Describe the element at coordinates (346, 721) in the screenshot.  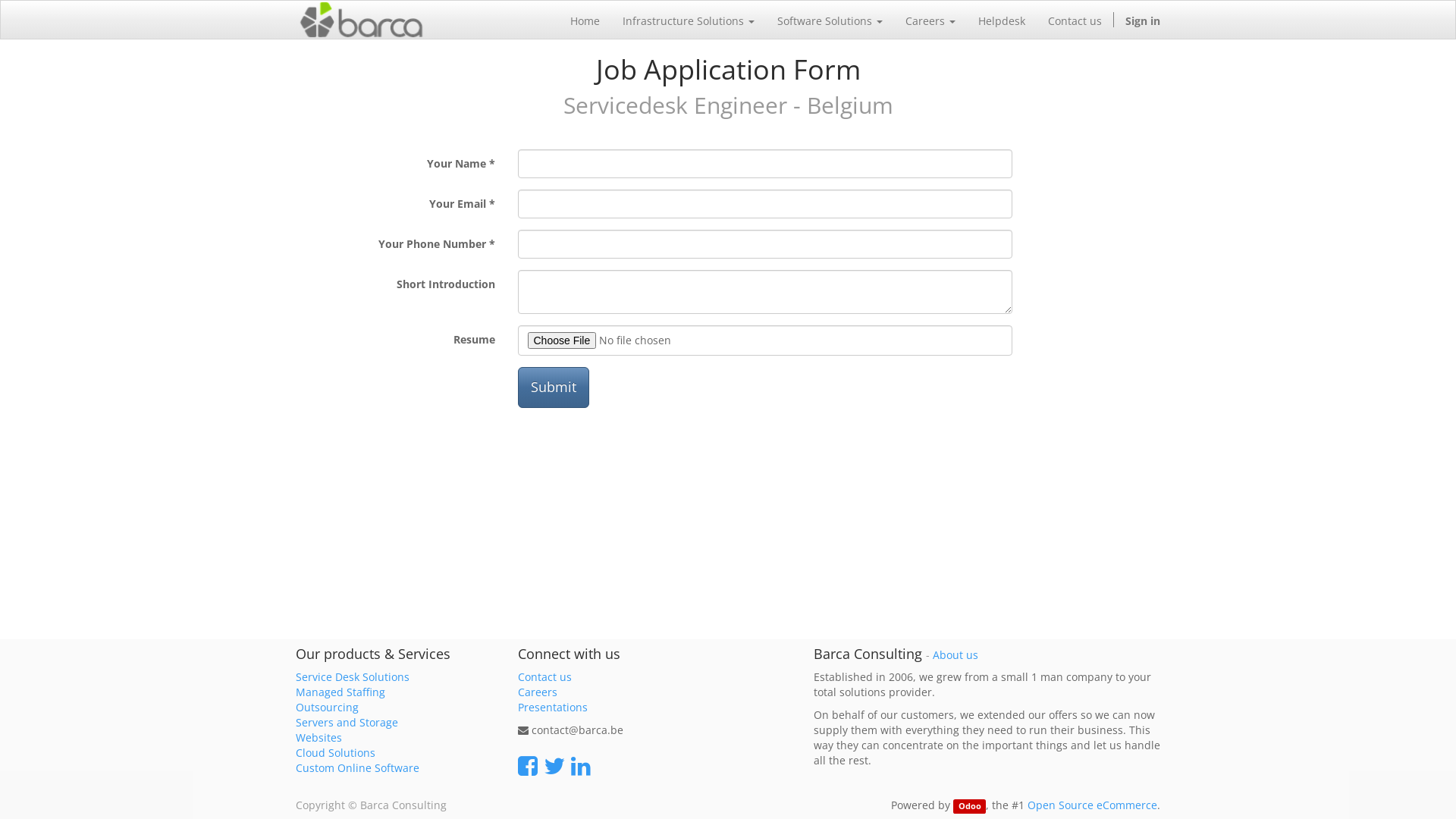
I see `'Servers and Storage'` at that location.